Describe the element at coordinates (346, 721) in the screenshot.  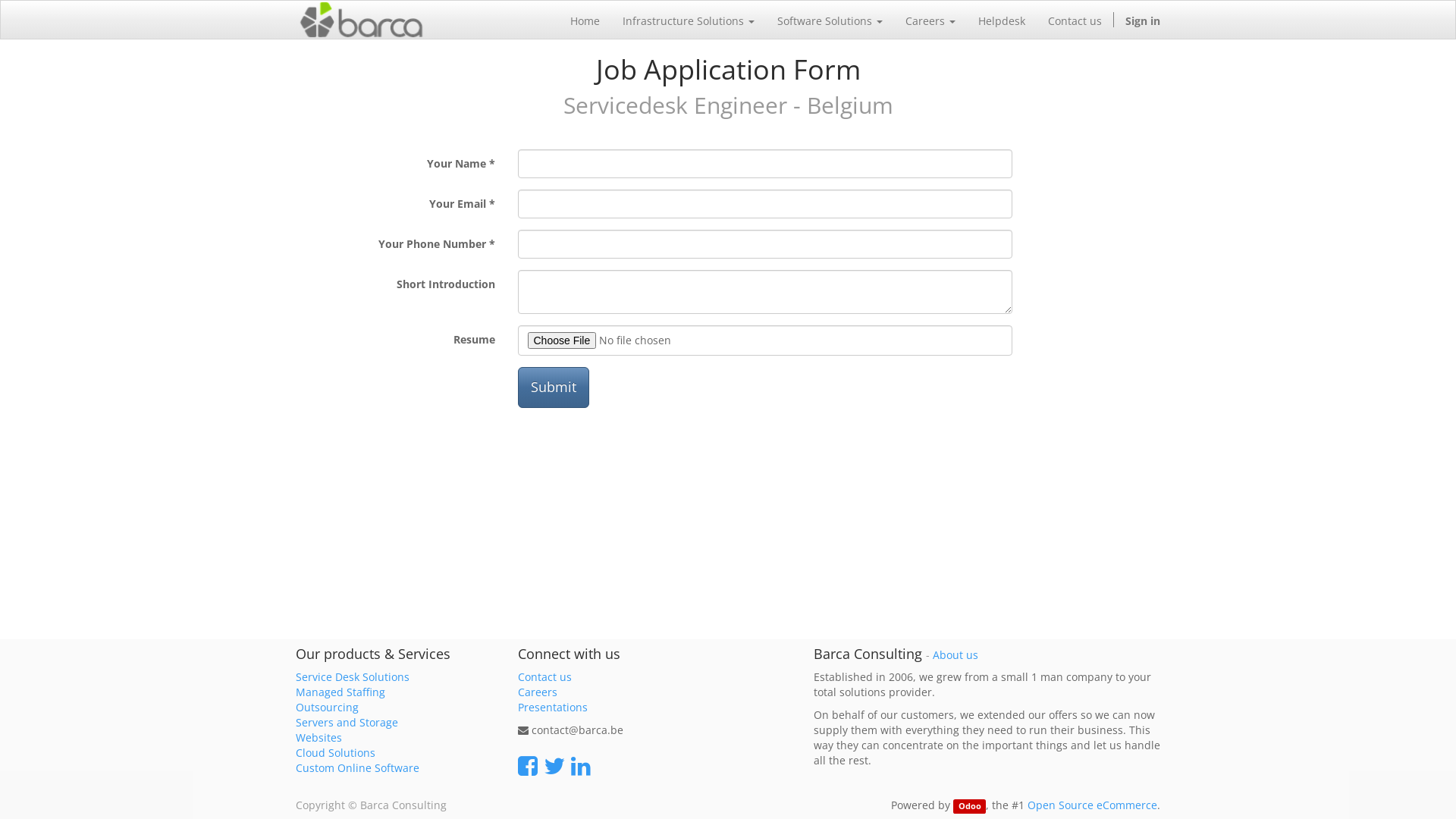
I see `'Servers and Storage'` at that location.